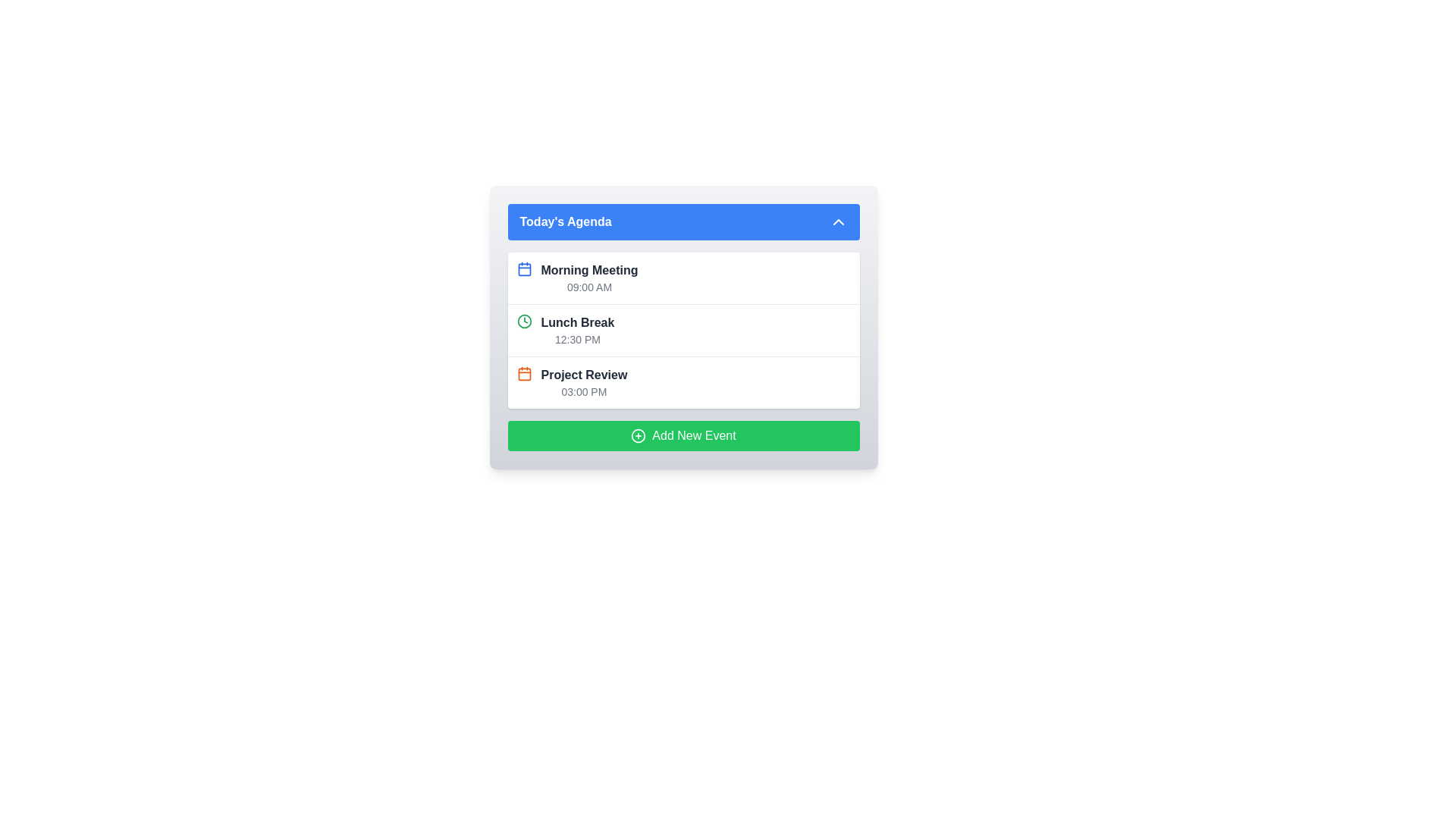 The image size is (1456, 819). Describe the element at coordinates (577, 322) in the screenshot. I see `text label for the 'Lunch Break' event, which is the second item in the agenda list, located between 'Morning Meeting' and 'Project Review'` at that location.